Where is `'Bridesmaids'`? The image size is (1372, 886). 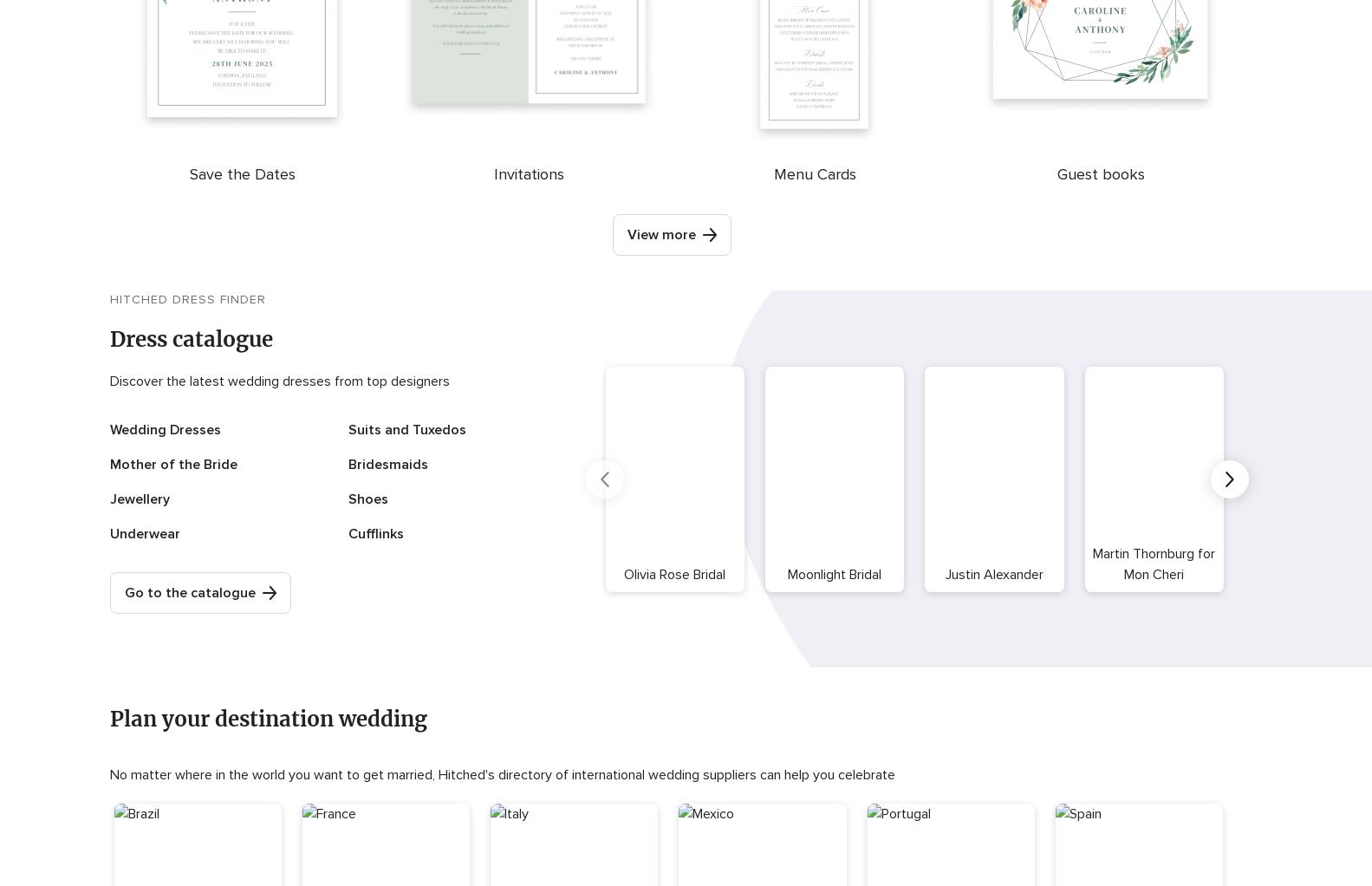
'Bridesmaids' is located at coordinates (387, 464).